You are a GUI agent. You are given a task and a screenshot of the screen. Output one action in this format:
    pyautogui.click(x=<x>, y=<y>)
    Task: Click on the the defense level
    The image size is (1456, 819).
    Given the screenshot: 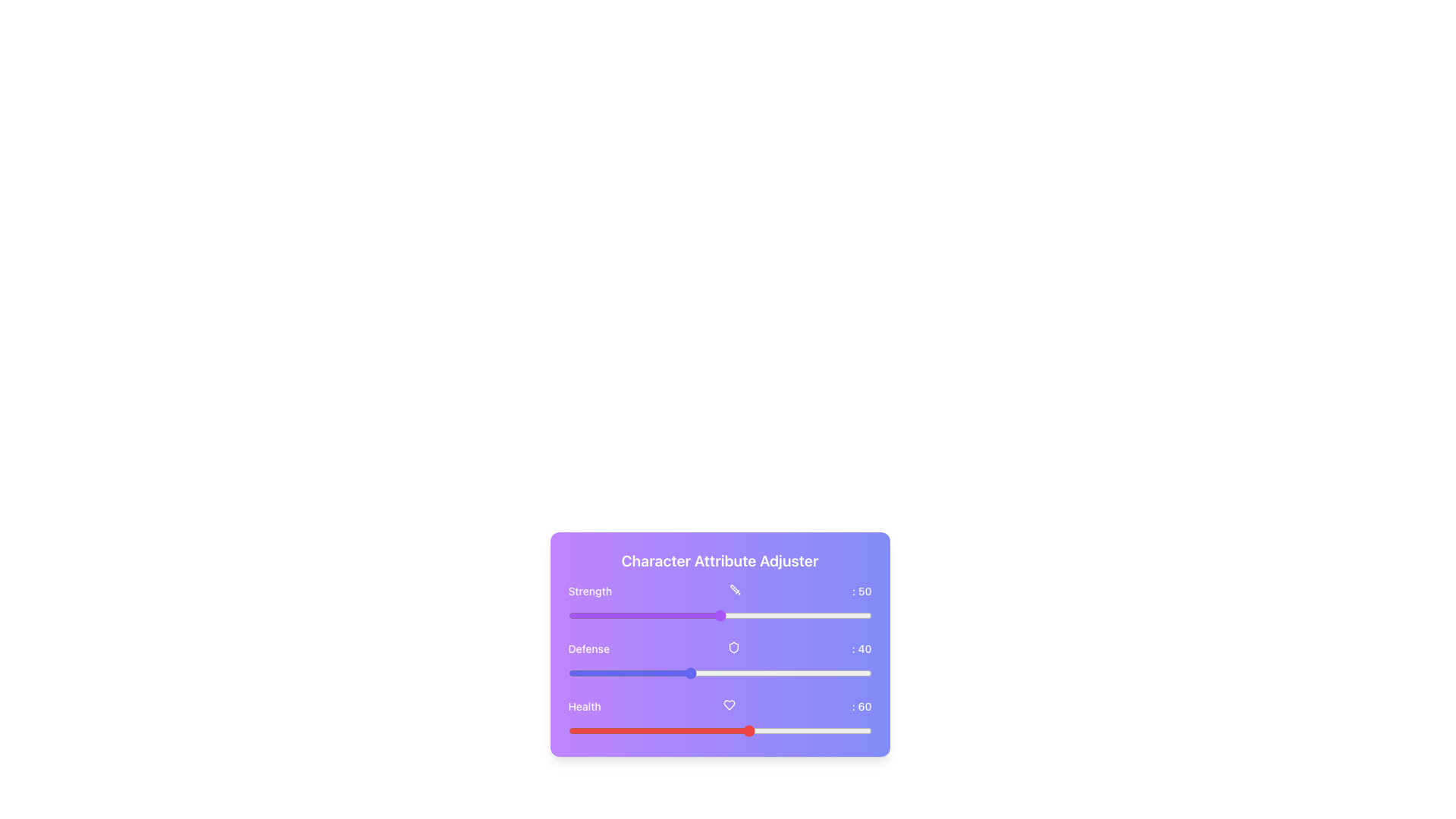 What is the action you would take?
    pyautogui.click(x=816, y=672)
    